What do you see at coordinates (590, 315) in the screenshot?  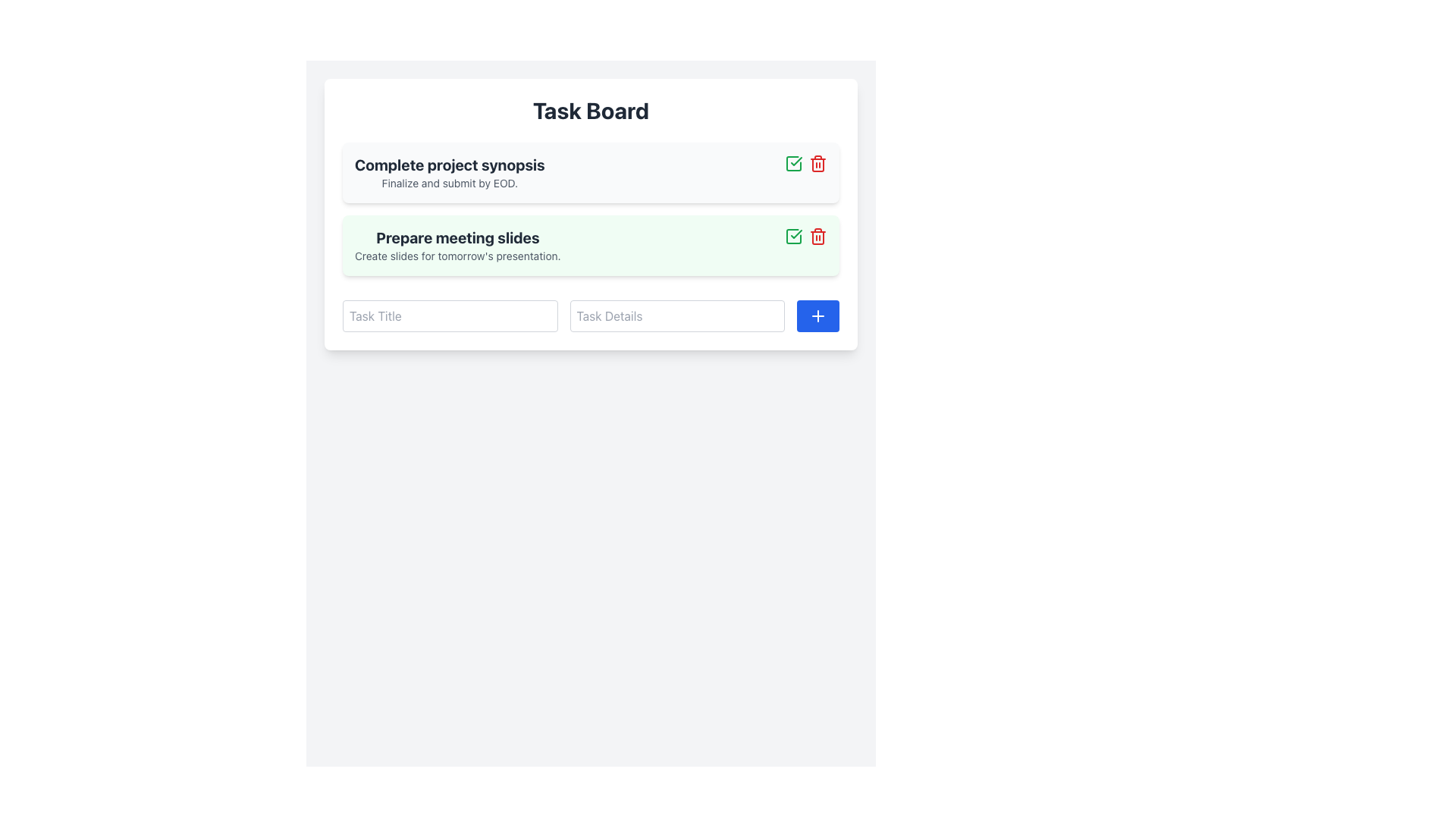 I see `to place the cursor inside the second text input box located at the bottom of the Task Board, positioned between the 'Task Title' input and a blue '+' button` at bounding box center [590, 315].